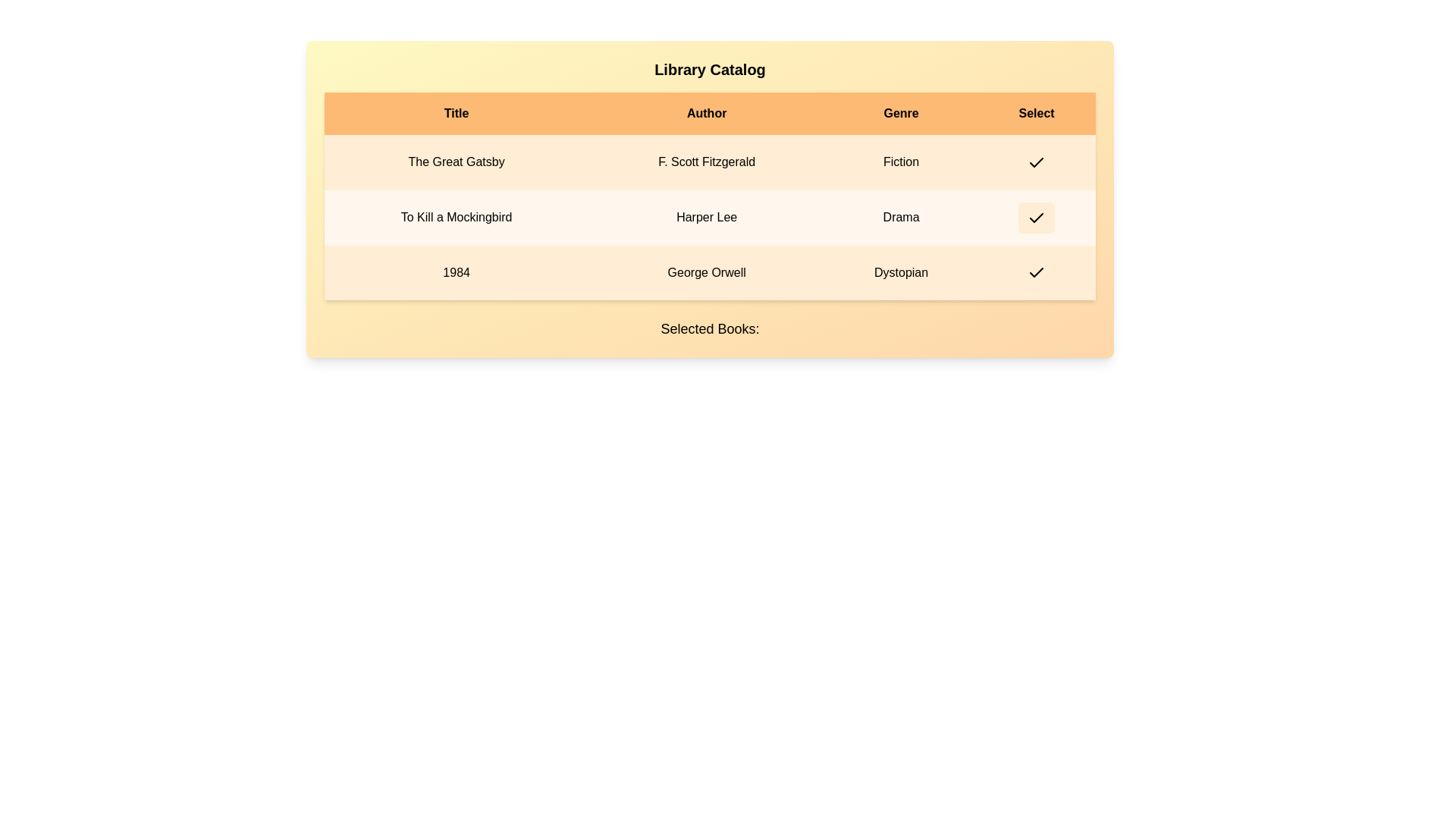  What do you see at coordinates (706, 162) in the screenshot?
I see `the author's name displayed in the second column of the first row of the book catalog table, which is located between 'The Great Gatsby' and 'Fiction'` at bounding box center [706, 162].